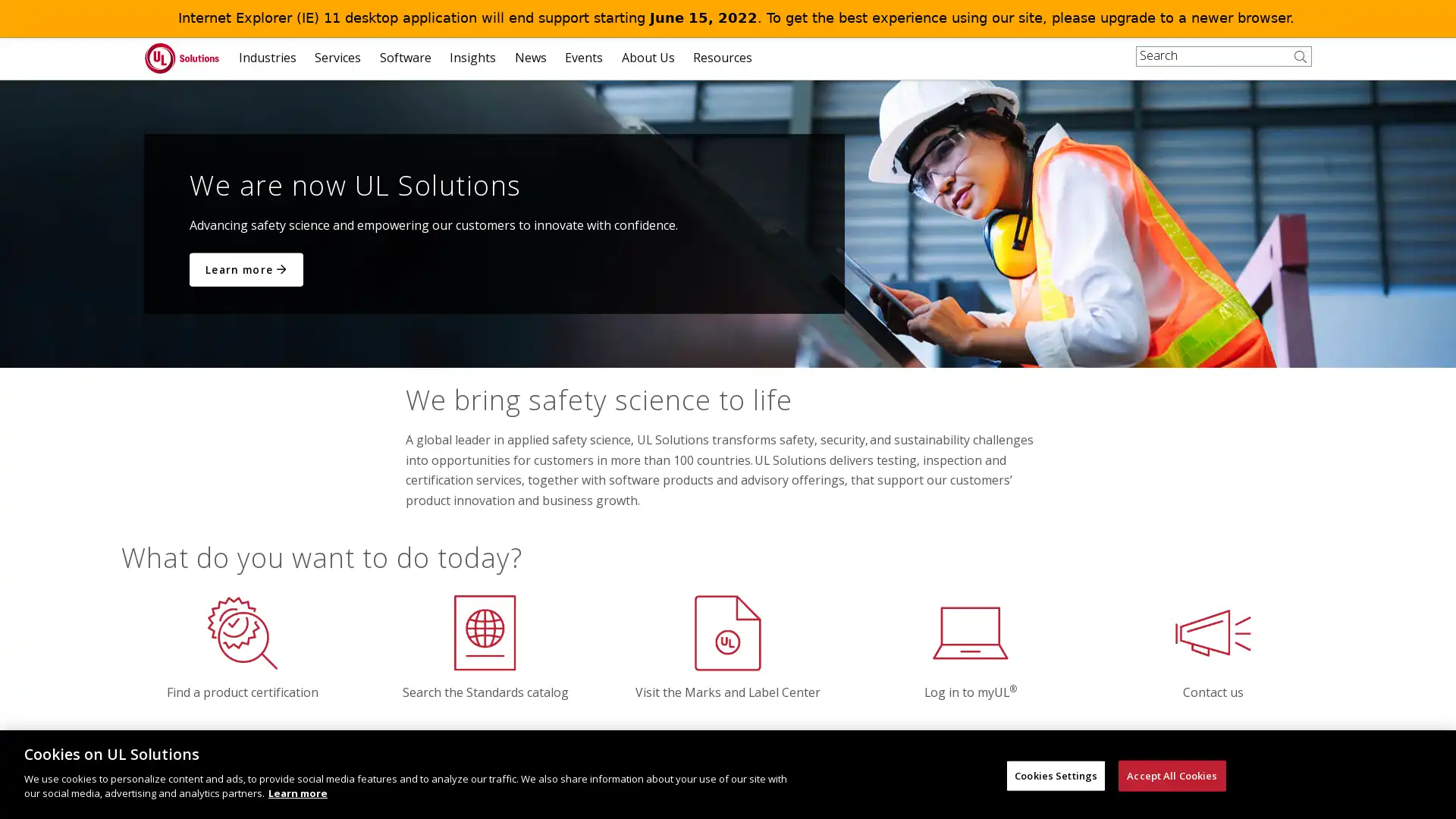 The height and width of the screenshot is (819, 1456). What do you see at coordinates (1303, 66) in the screenshot?
I see `Search` at bounding box center [1303, 66].